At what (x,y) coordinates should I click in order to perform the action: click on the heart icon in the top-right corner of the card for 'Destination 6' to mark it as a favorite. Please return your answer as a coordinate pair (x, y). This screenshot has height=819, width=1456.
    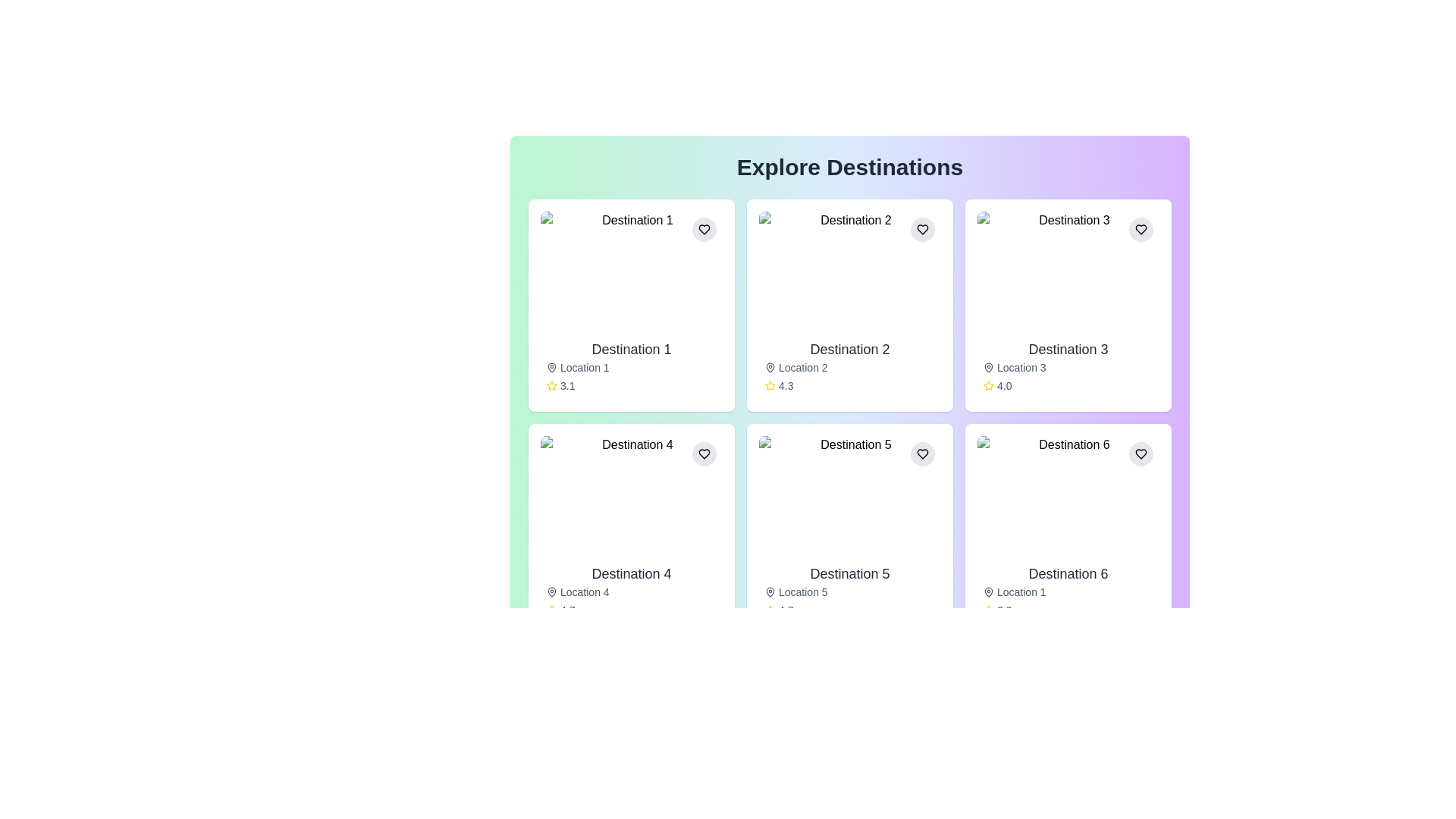
    Looking at the image, I should click on (1141, 453).